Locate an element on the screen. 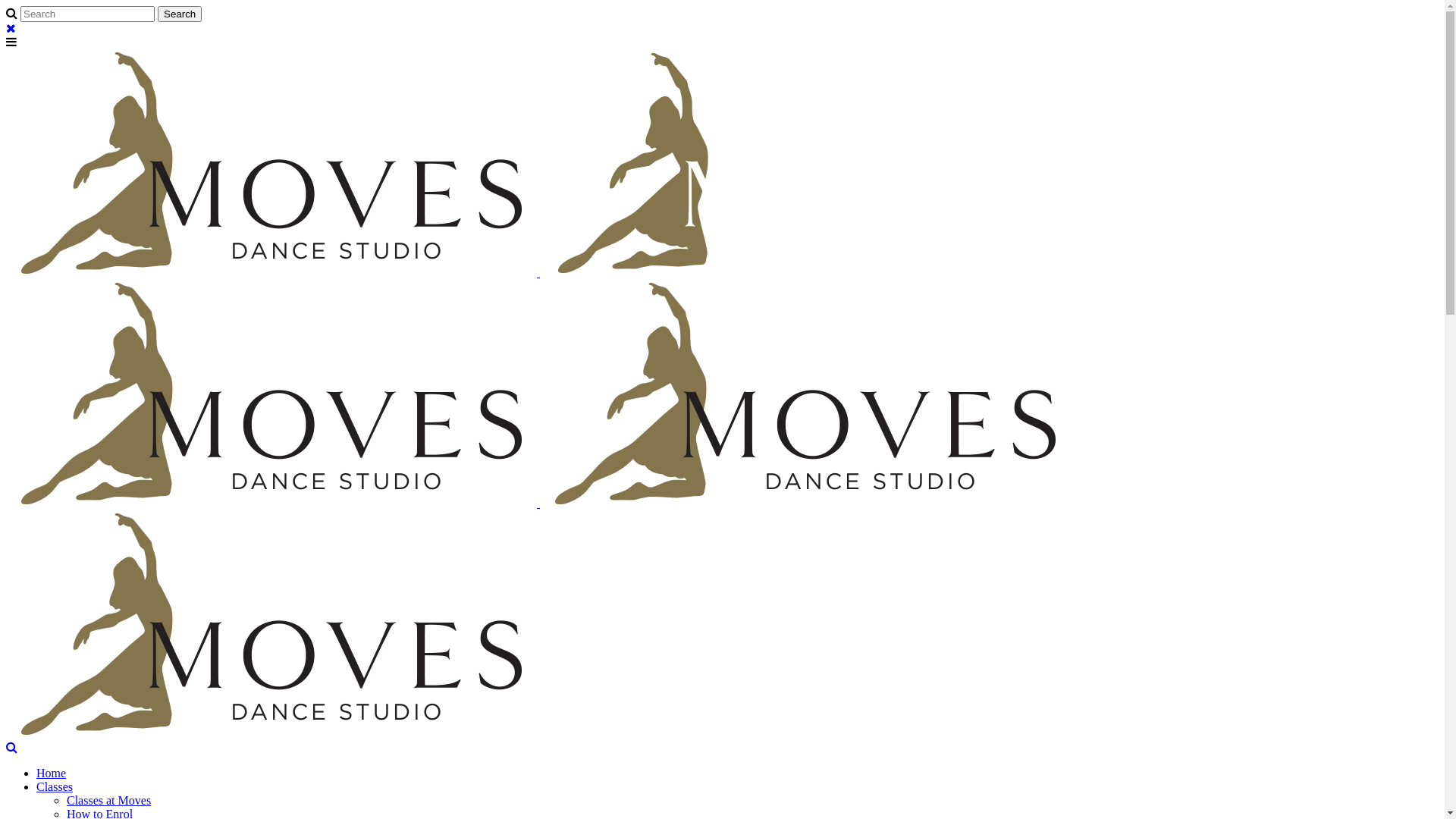 The image size is (1456, 819). 'Classes at Moves' is located at coordinates (108, 799).